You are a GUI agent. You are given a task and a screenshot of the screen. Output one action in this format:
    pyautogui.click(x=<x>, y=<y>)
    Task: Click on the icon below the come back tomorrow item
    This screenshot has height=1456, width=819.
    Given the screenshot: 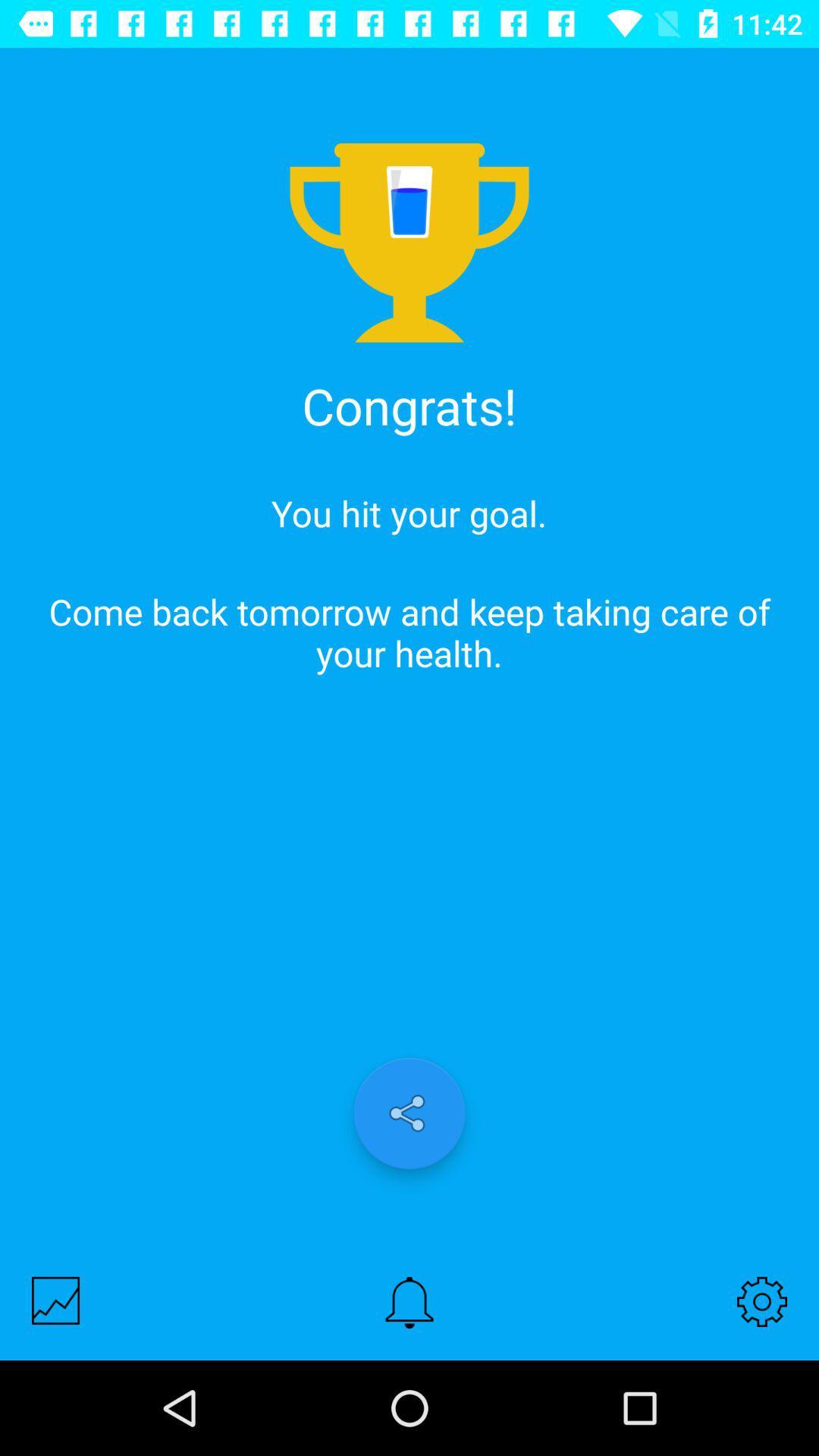 What is the action you would take?
    pyautogui.click(x=409, y=1113)
    